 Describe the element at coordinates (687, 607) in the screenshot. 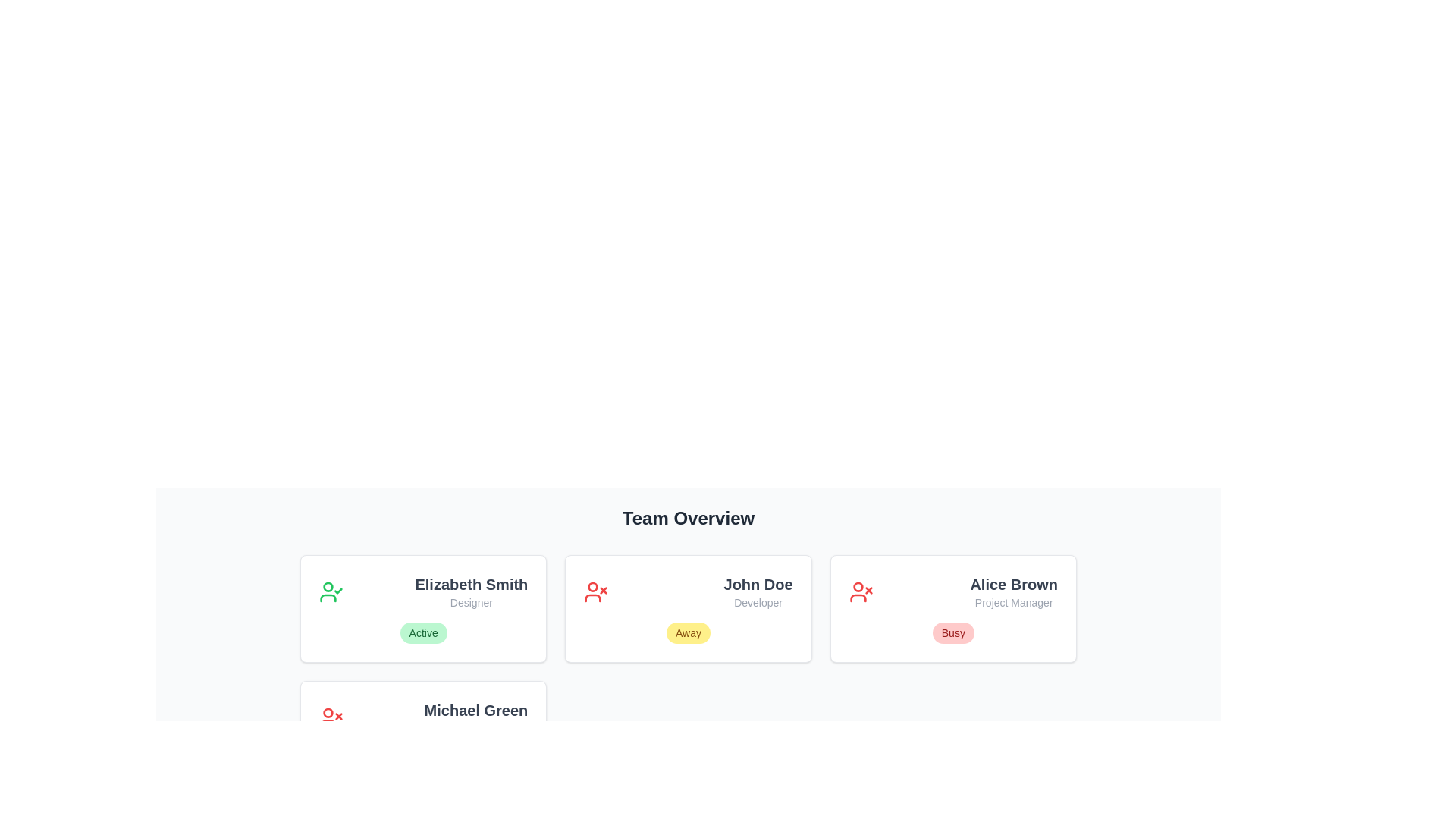

I see `the status indicator of the Profile card for 'John Doe', which is highlighted in a distinct yellow bubble` at that location.